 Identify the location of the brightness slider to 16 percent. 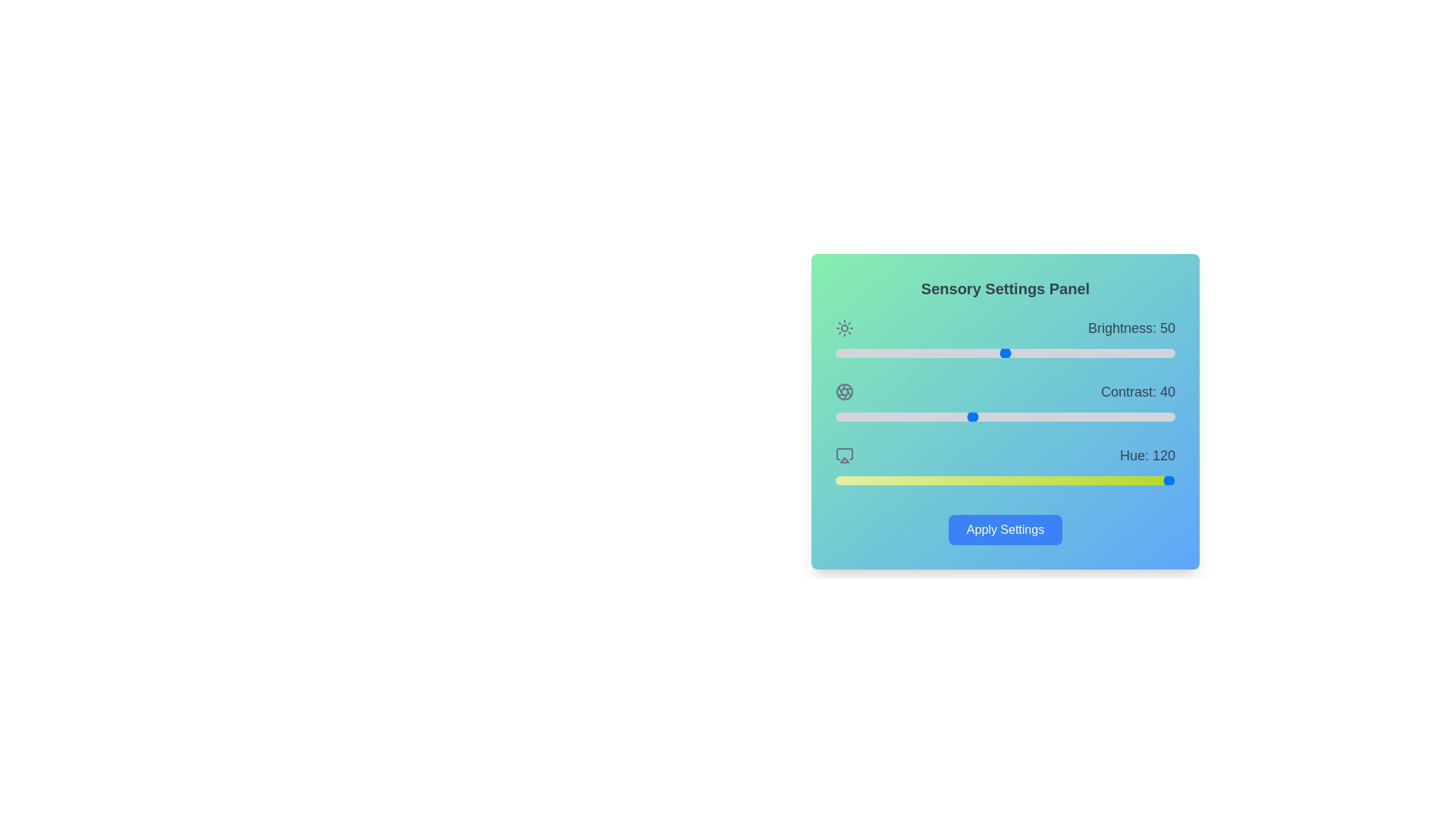
(890, 353).